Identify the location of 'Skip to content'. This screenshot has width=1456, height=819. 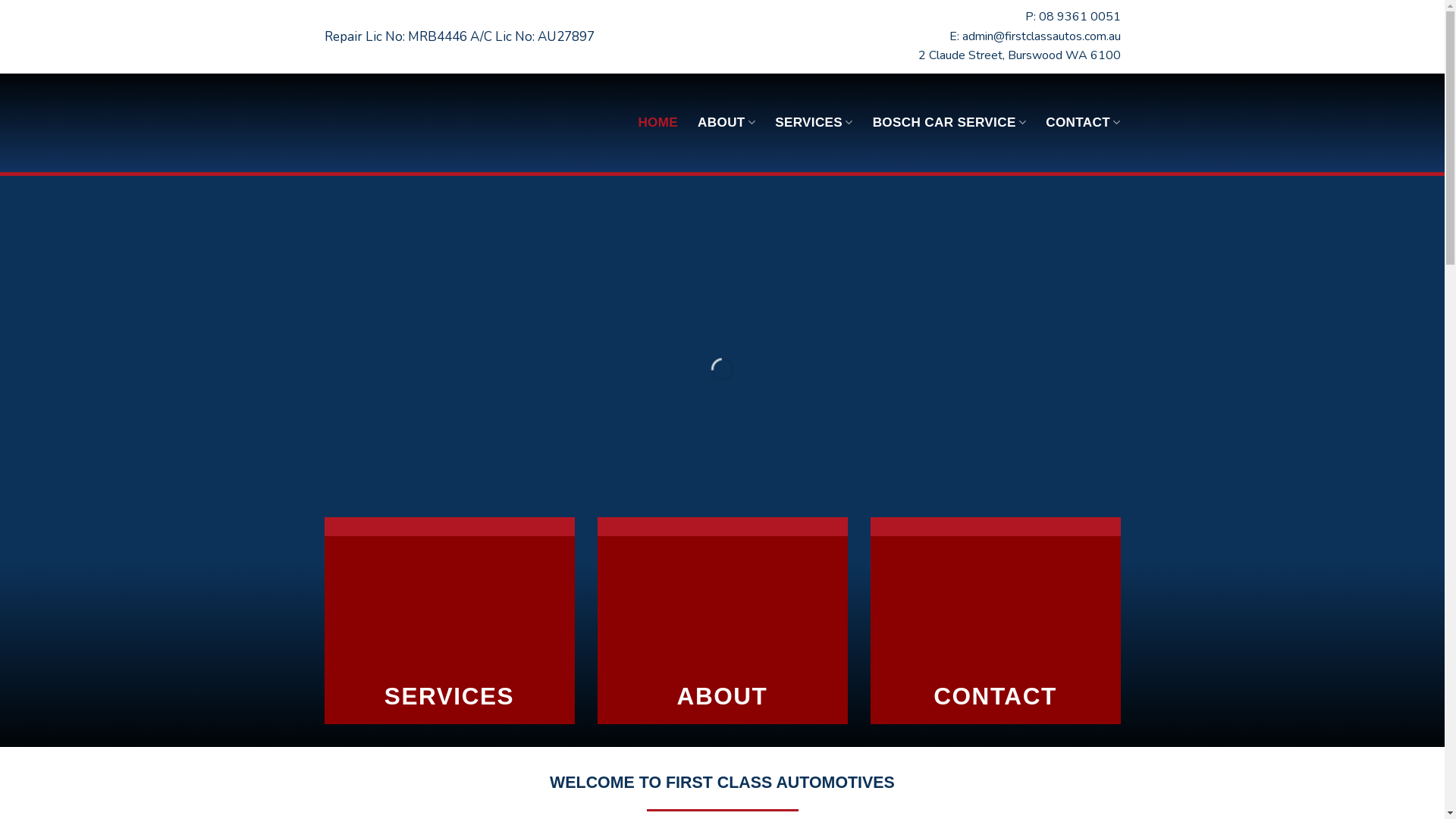
(0, 0).